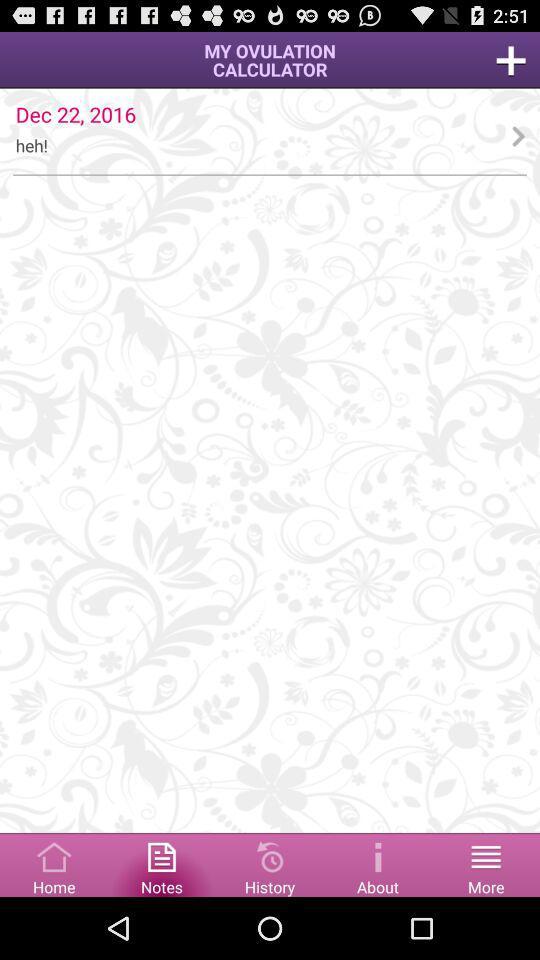 The height and width of the screenshot is (960, 540). I want to click on the home, so click(54, 863).